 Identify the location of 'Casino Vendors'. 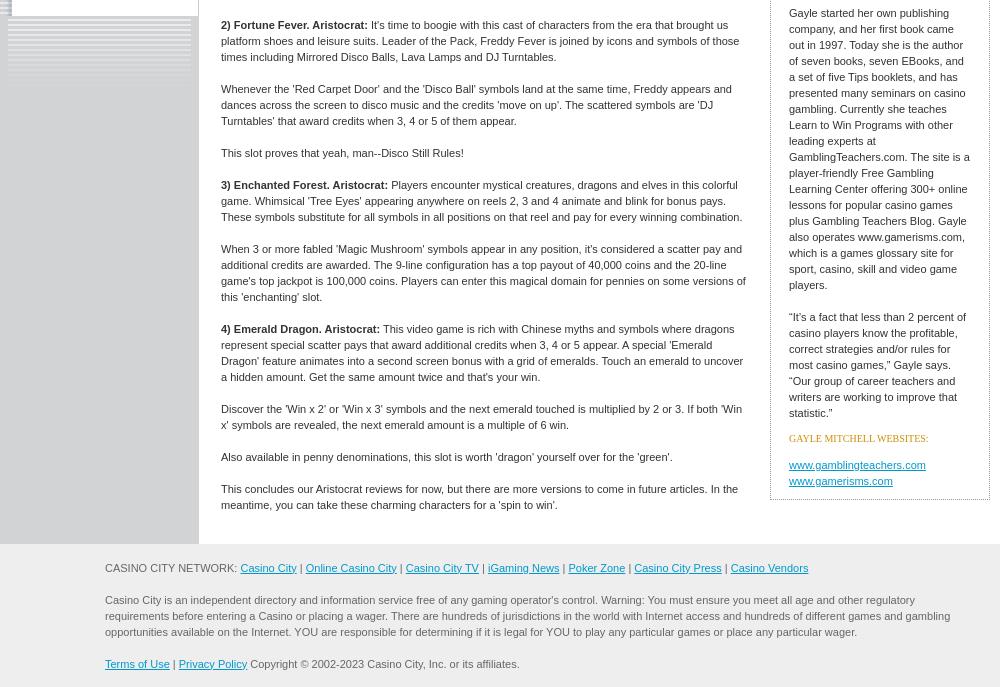
(769, 565).